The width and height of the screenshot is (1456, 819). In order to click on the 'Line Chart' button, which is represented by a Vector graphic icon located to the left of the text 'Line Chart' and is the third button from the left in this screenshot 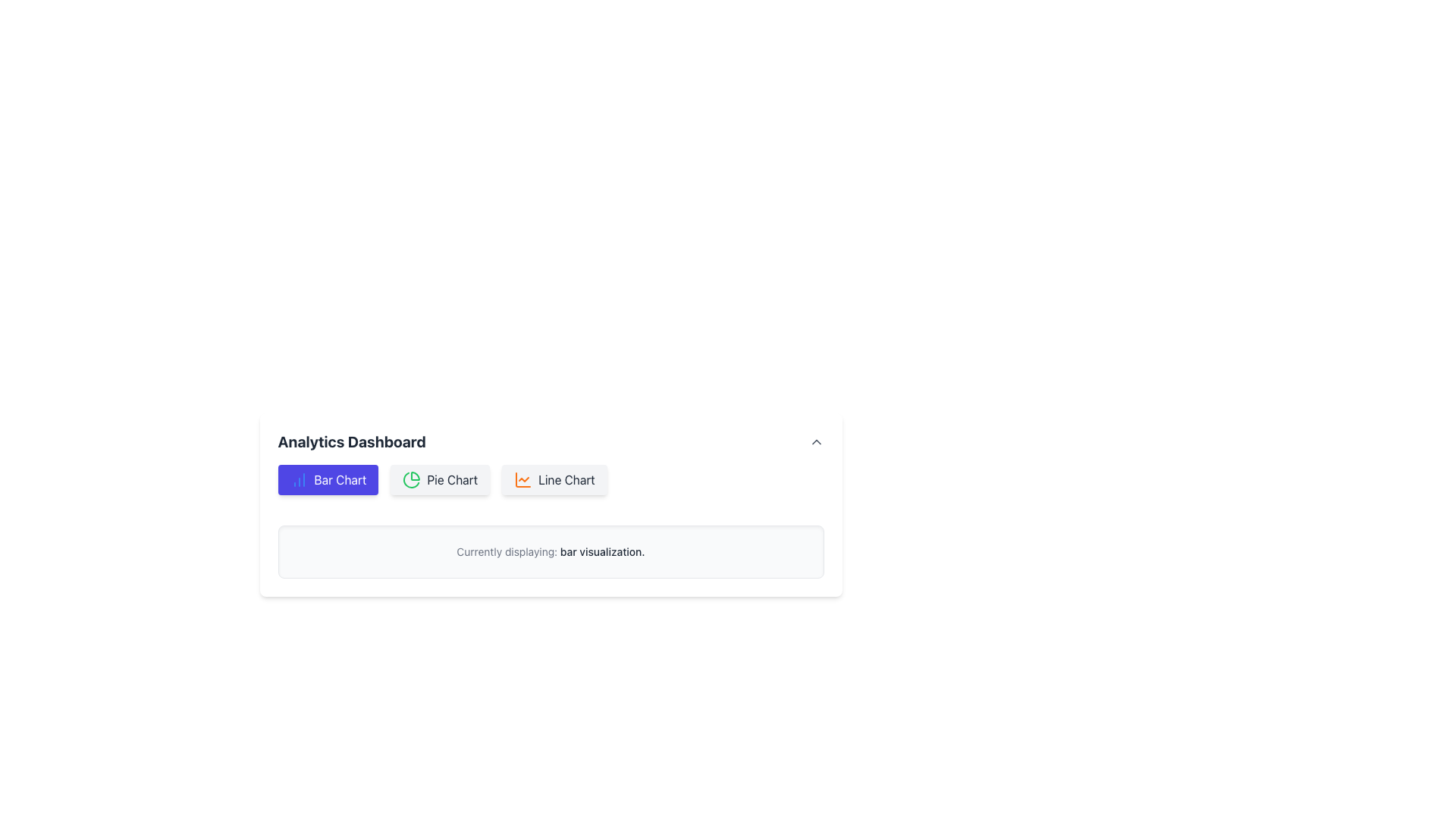, I will do `click(523, 479)`.